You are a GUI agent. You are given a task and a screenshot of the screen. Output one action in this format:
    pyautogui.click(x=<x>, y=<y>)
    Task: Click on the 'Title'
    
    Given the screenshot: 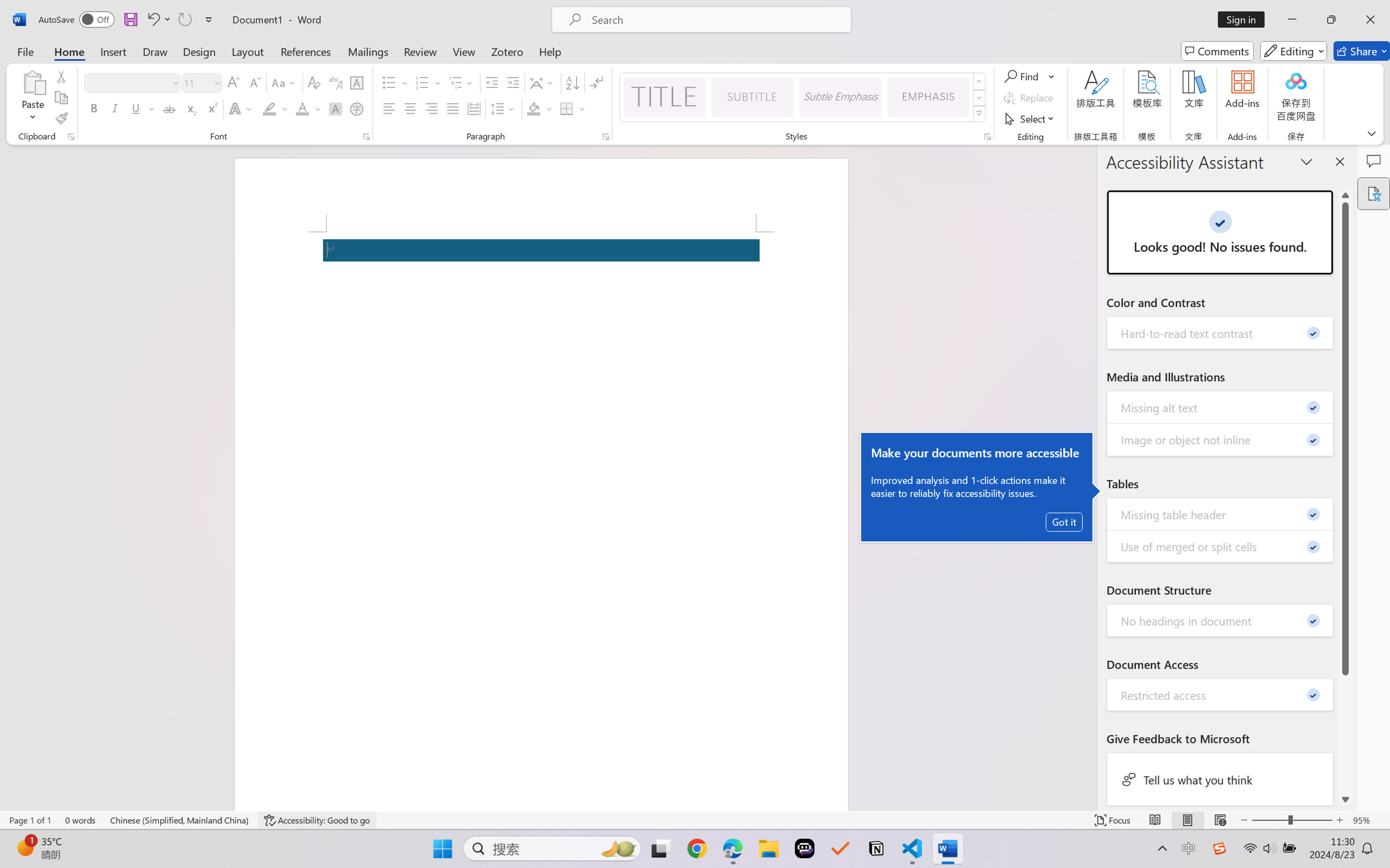 What is the action you would take?
    pyautogui.click(x=663, y=96)
    